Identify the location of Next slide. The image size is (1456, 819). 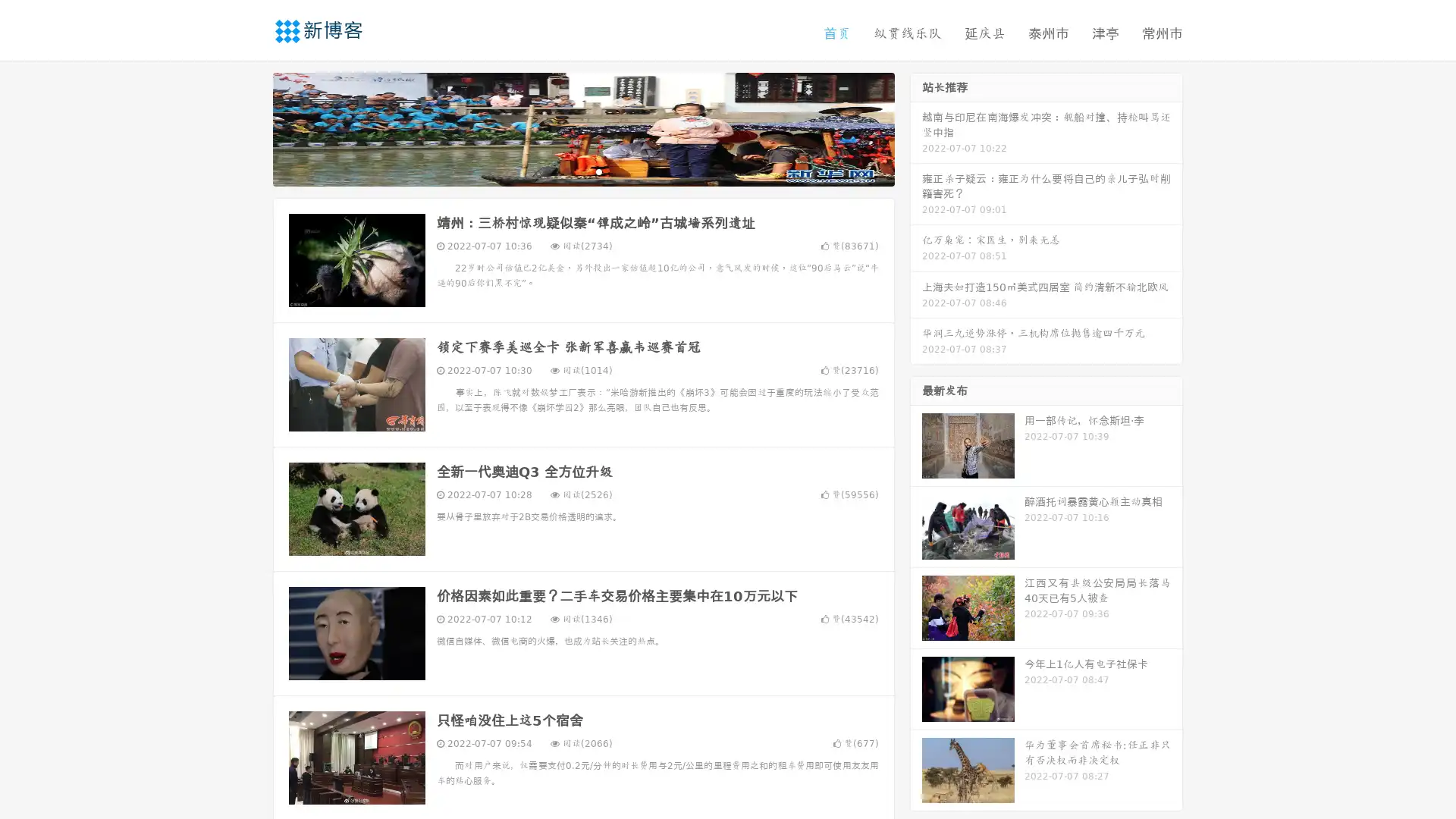
(916, 127).